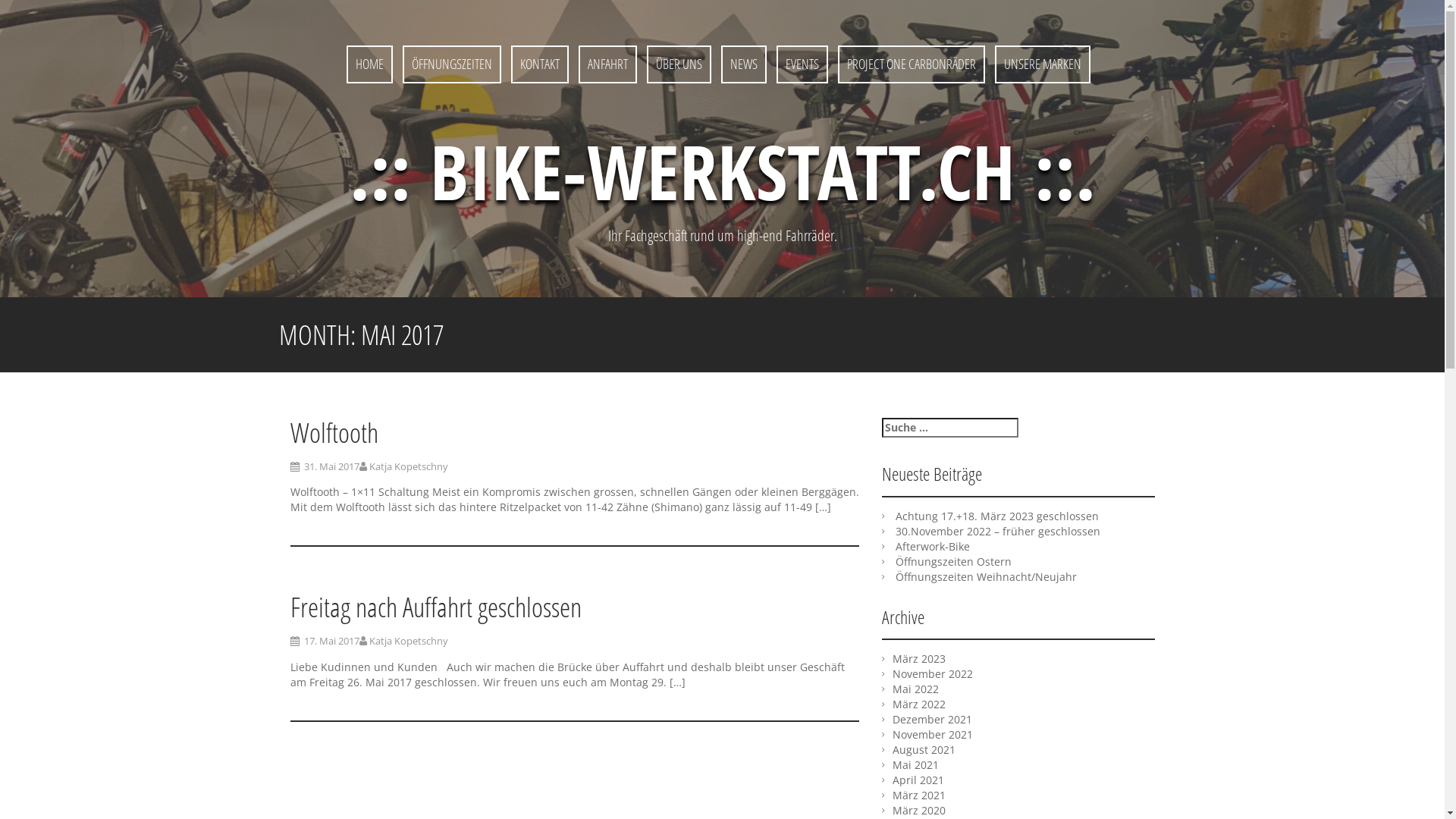 The image size is (1456, 819). What do you see at coordinates (892, 673) in the screenshot?
I see `'November 2022'` at bounding box center [892, 673].